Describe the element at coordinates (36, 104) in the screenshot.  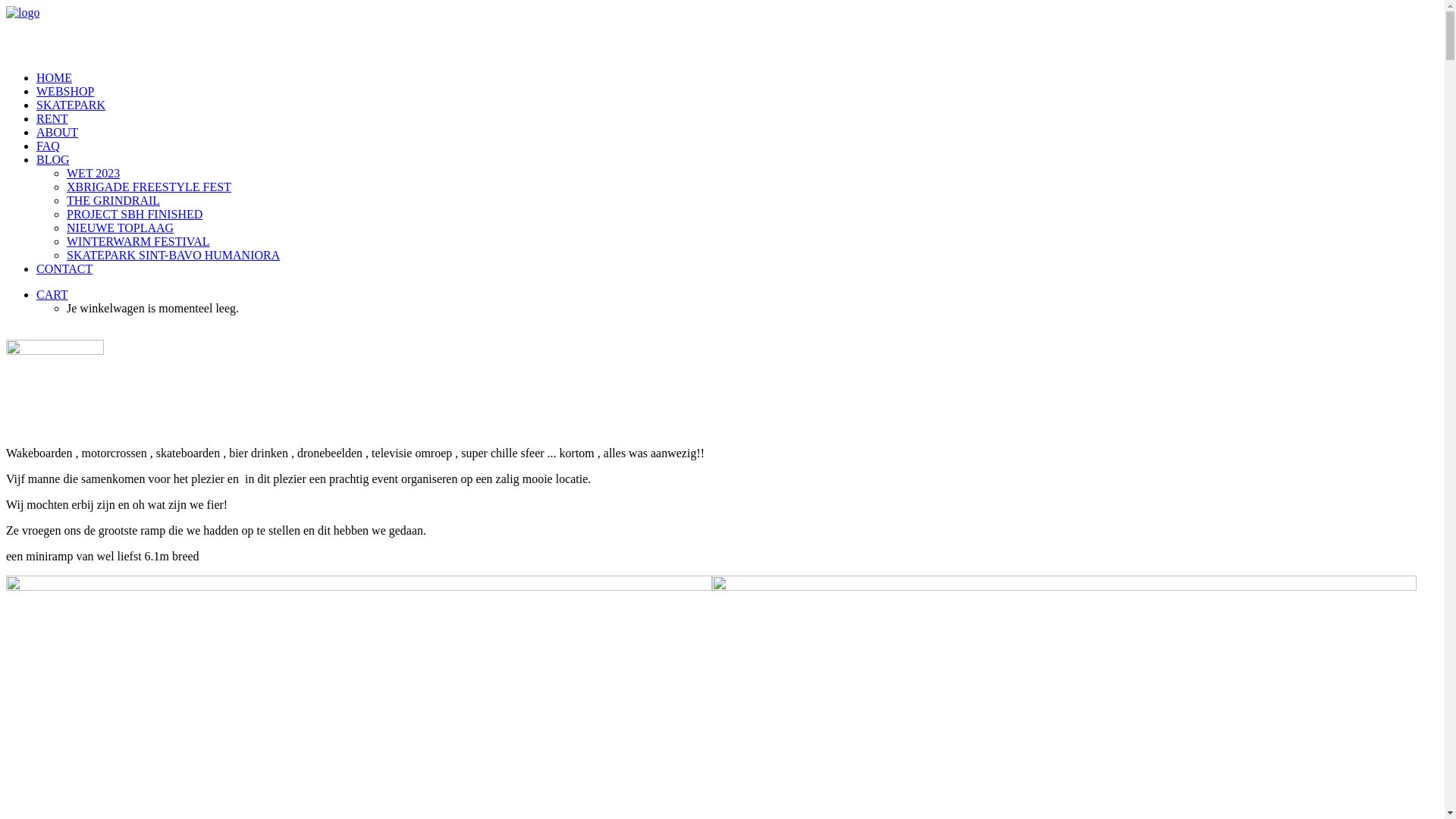
I see `'SKATEPARK'` at that location.